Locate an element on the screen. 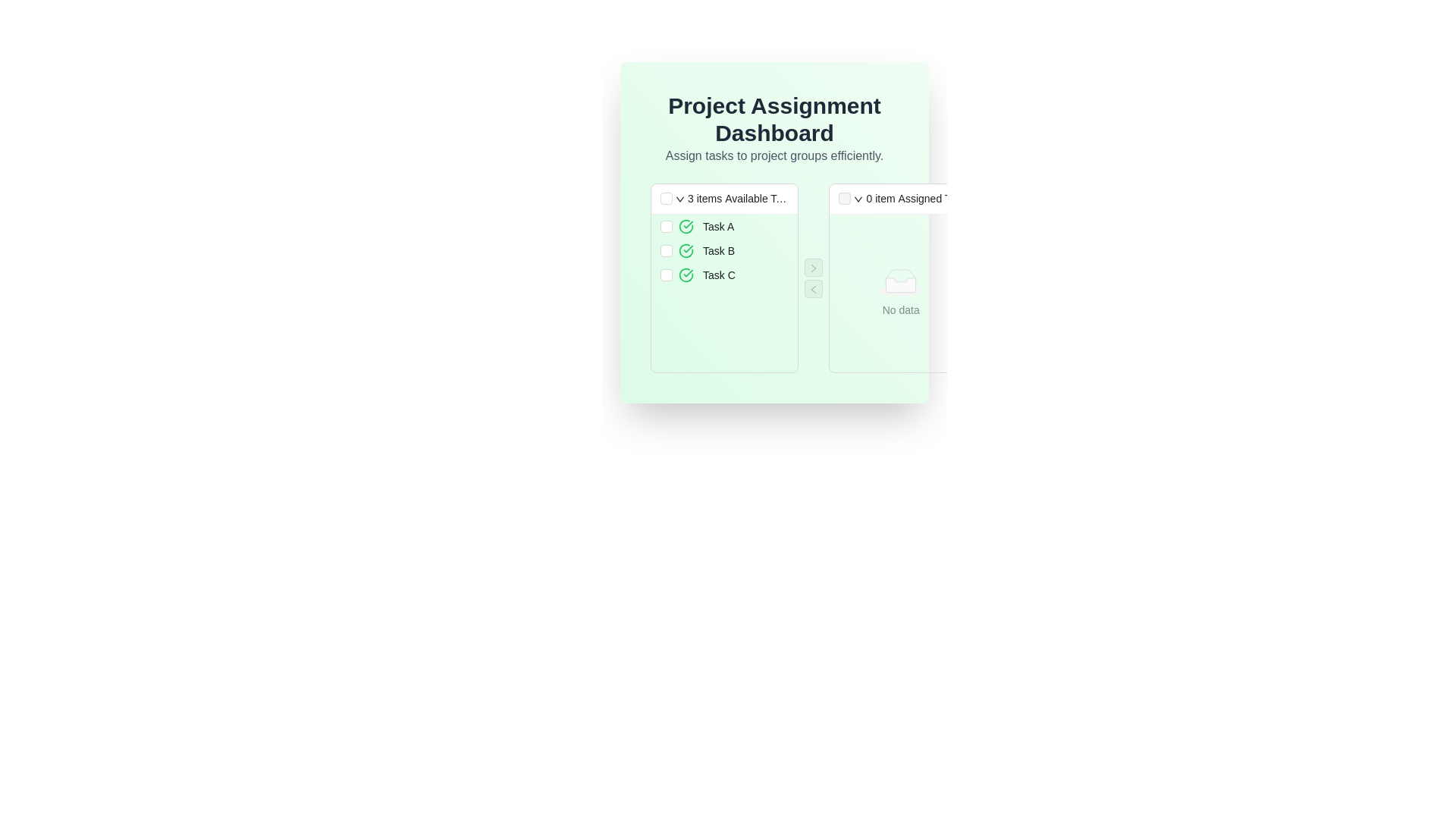 This screenshot has height=819, width=1456. static text block displaying 'Assign tasks to project groups efficiently.' which is styled in gray and positioned directly beneath the title 'Project Assignment Dashboard' is located at coordinates (774, 155).